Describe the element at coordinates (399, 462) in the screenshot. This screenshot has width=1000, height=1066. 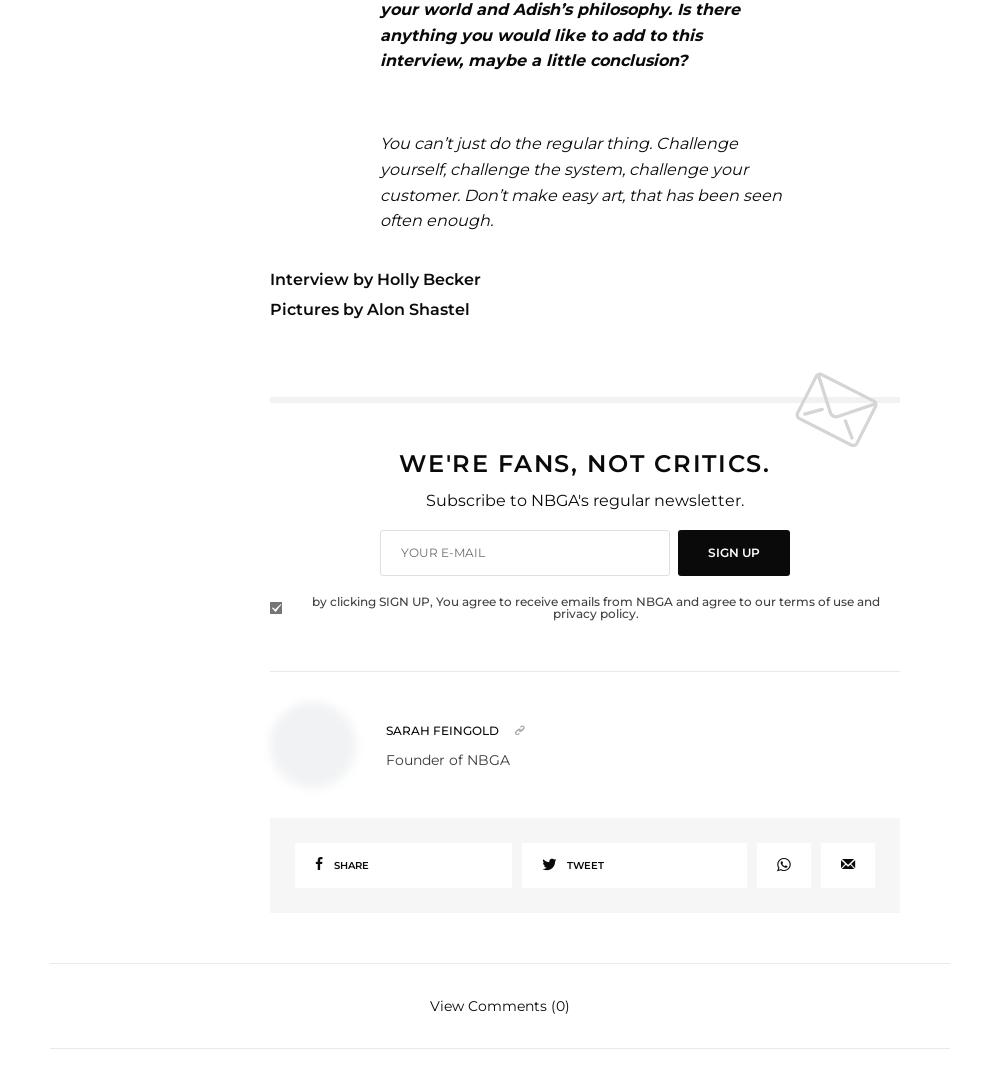
I see `'We're fans, not critics.'` at that location.